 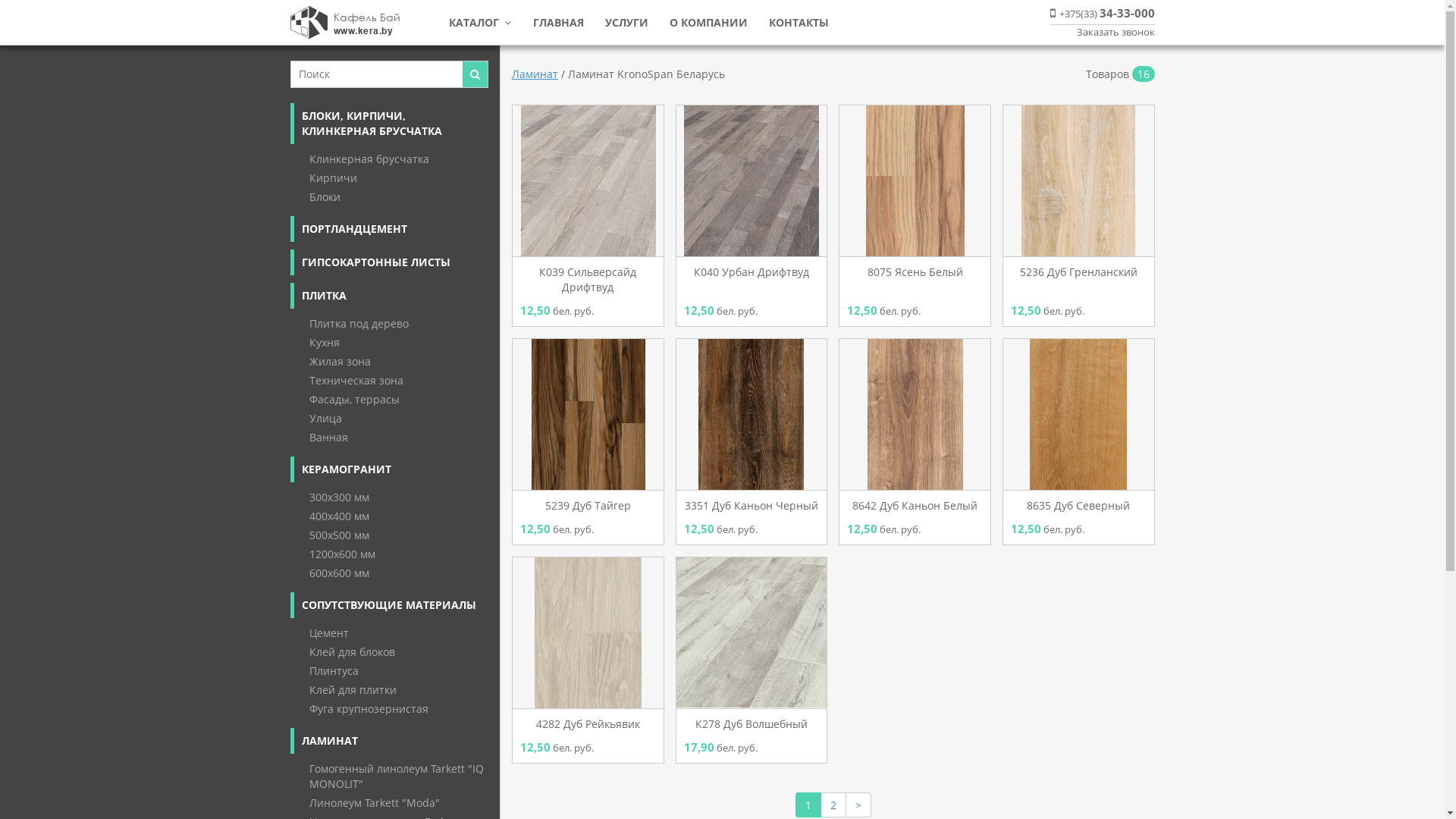 I want to click on '>', so click(x=858, y=804).